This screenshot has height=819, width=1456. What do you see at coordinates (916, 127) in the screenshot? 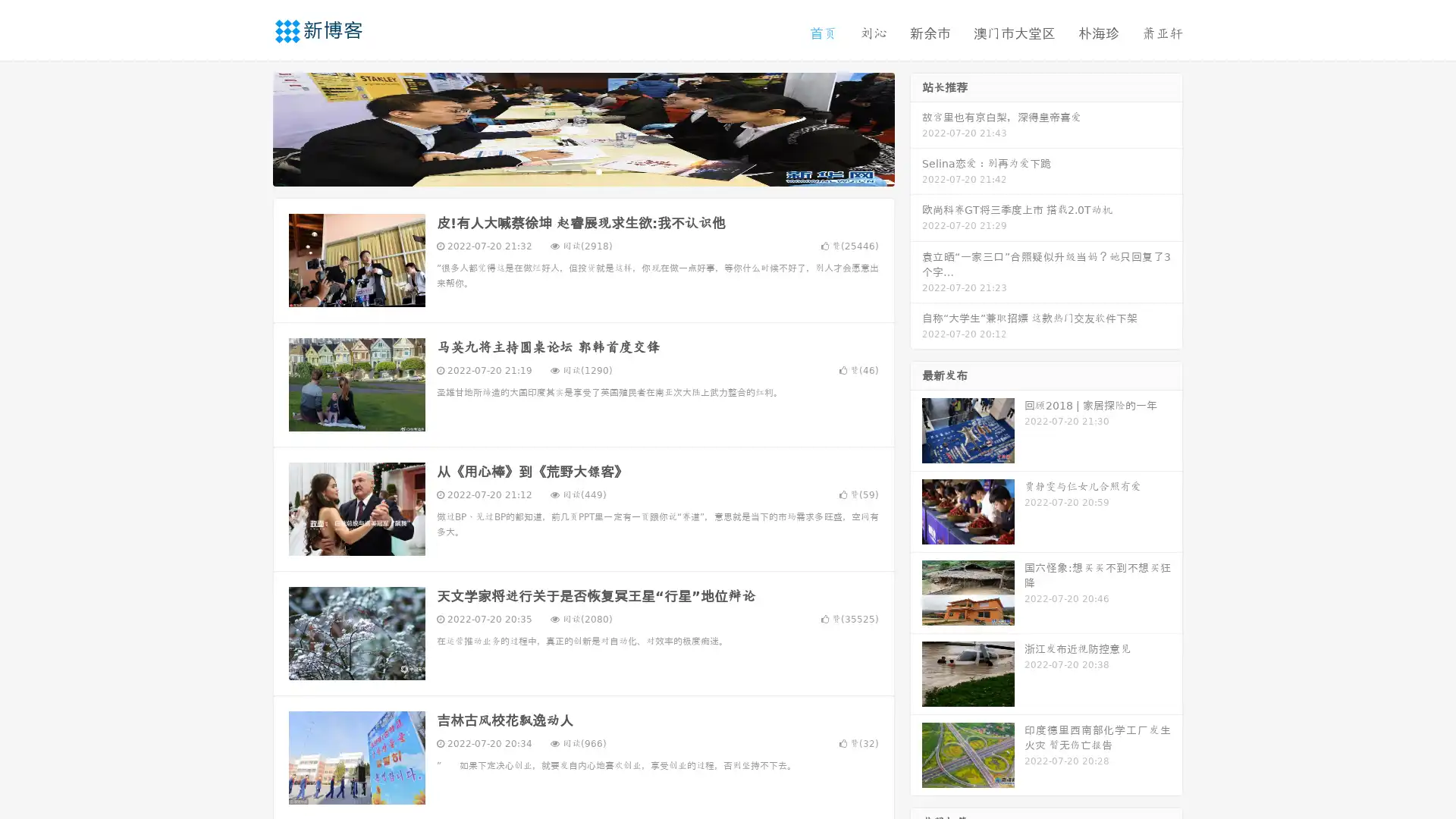
I see `Next slide` at bounding box center [916, 127].